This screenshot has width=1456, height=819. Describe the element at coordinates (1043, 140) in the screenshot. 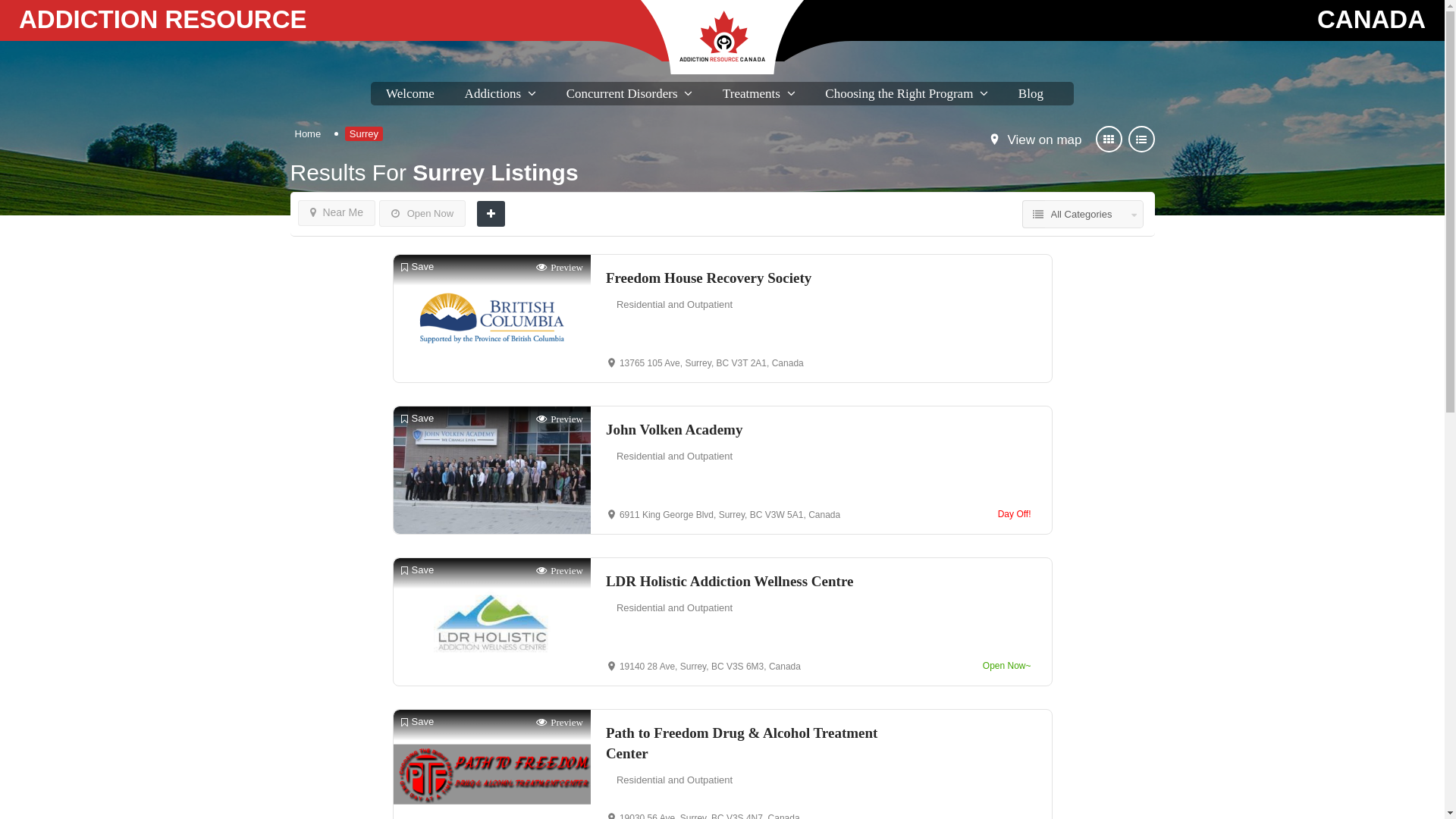

I see `'View on map'` at that location.